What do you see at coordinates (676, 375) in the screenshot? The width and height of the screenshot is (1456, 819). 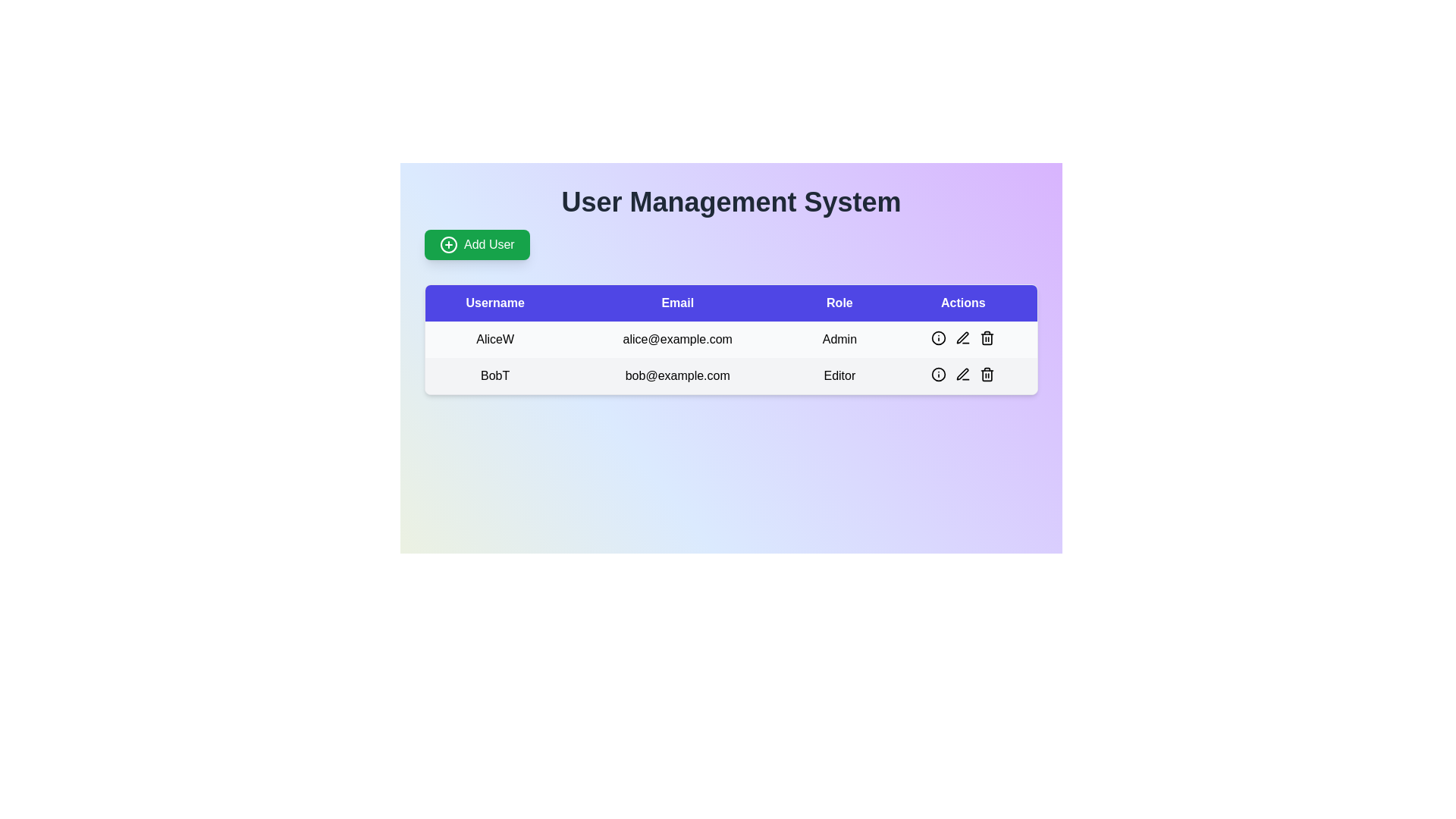 I see `email address text label displaying 'bob@example.com', which is centrally aligned in a grey background within the Email column of the table under the second row corresponding to the 'BobT' entry` at bounding box center [676, 375].